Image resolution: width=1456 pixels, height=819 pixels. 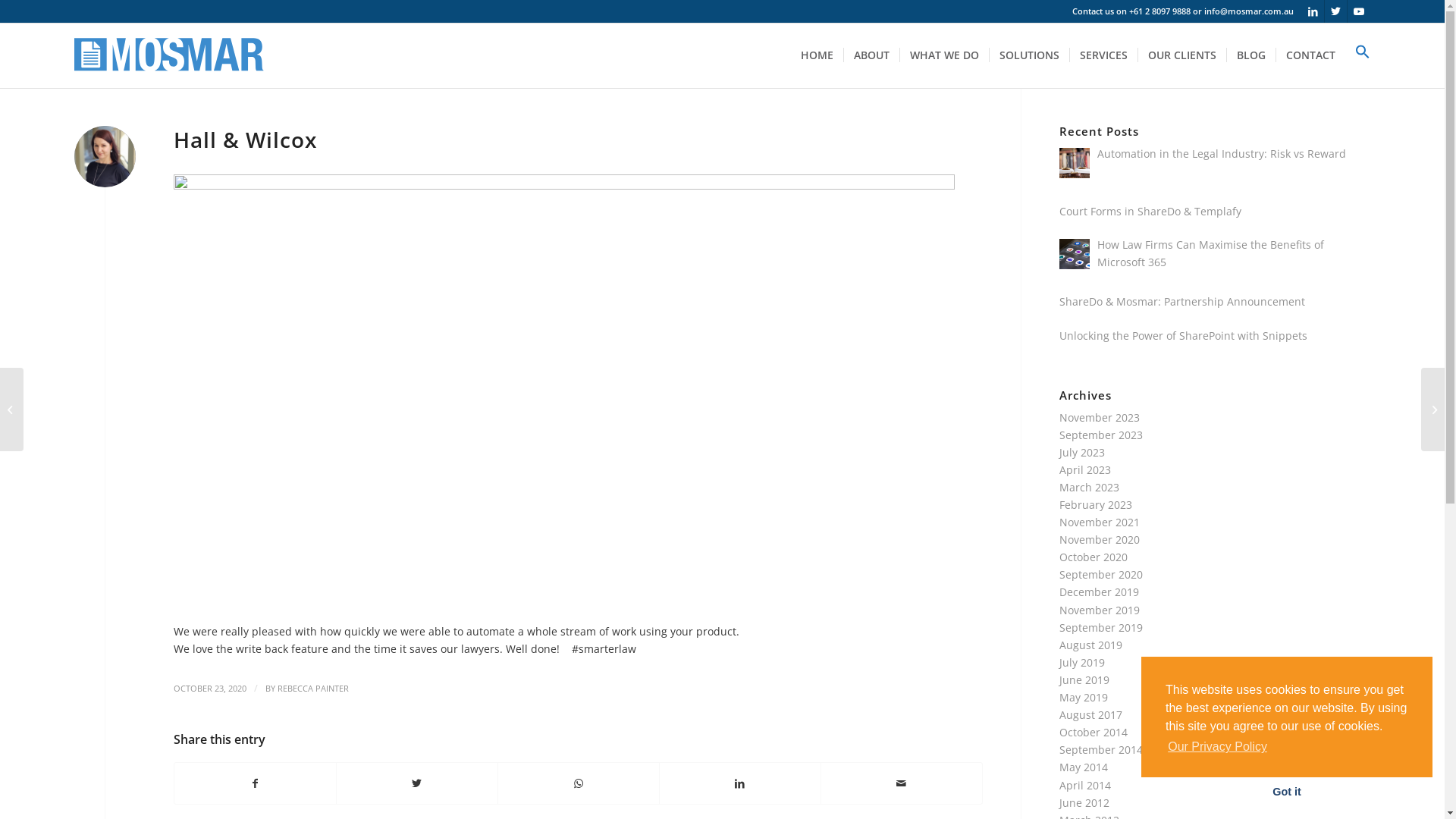 I want to click on 'HOME', so click(x=816, y=55).